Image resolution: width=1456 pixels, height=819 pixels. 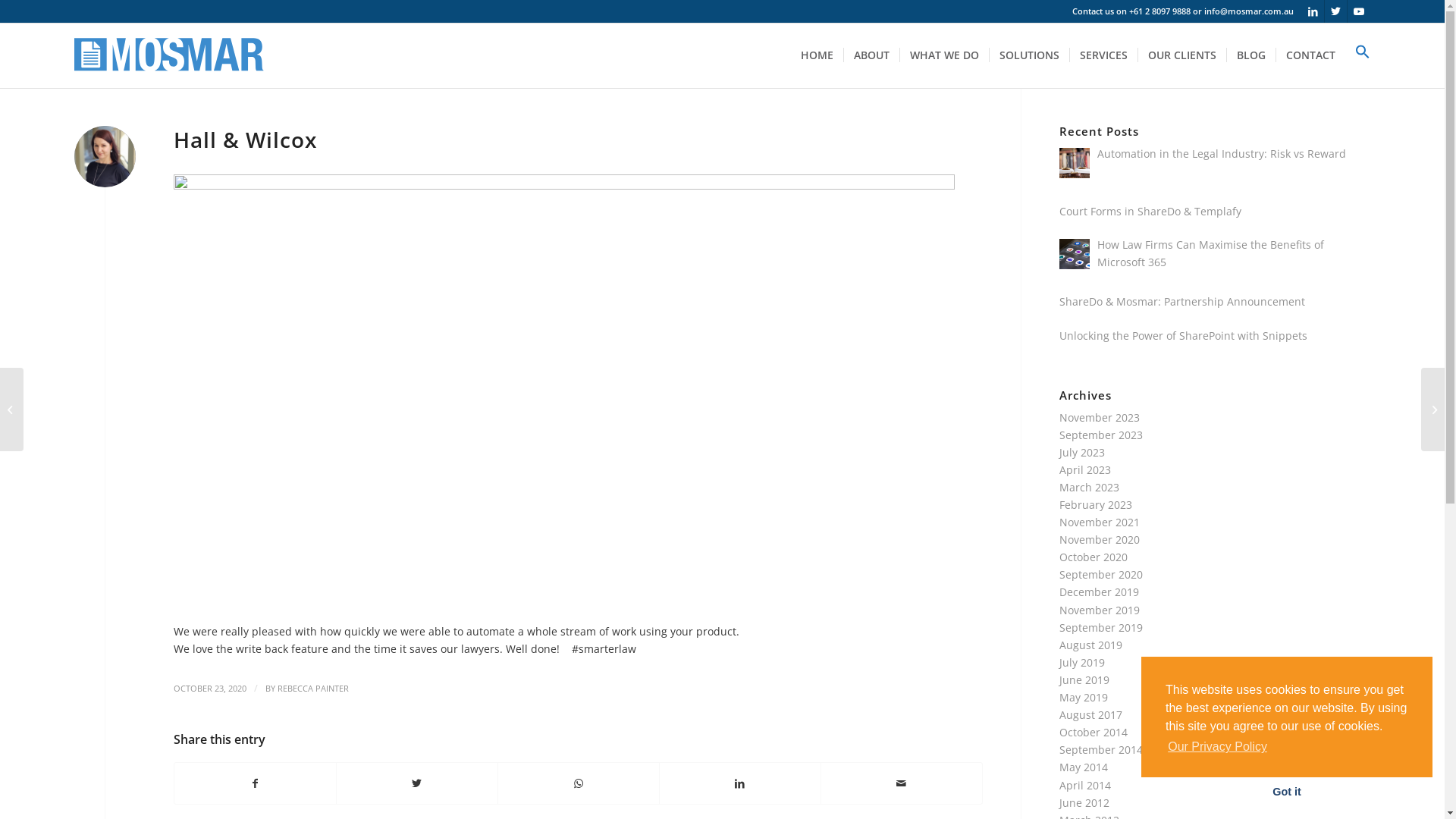 I want to click on 'HOME', so click(x=816, y=55).